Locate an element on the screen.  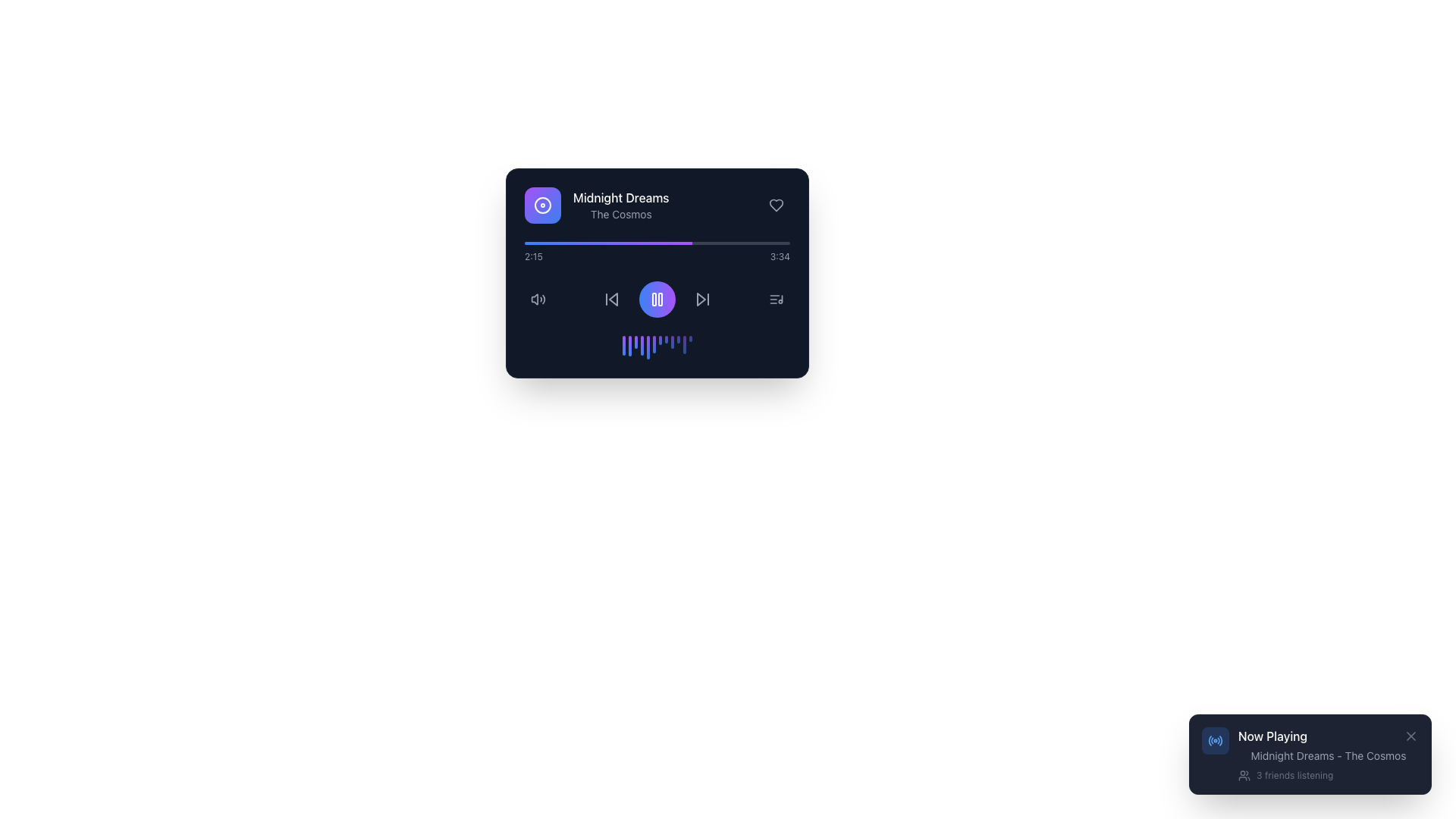
the skip-back button, which is the second control from the left is located at coordinates (611, 299).